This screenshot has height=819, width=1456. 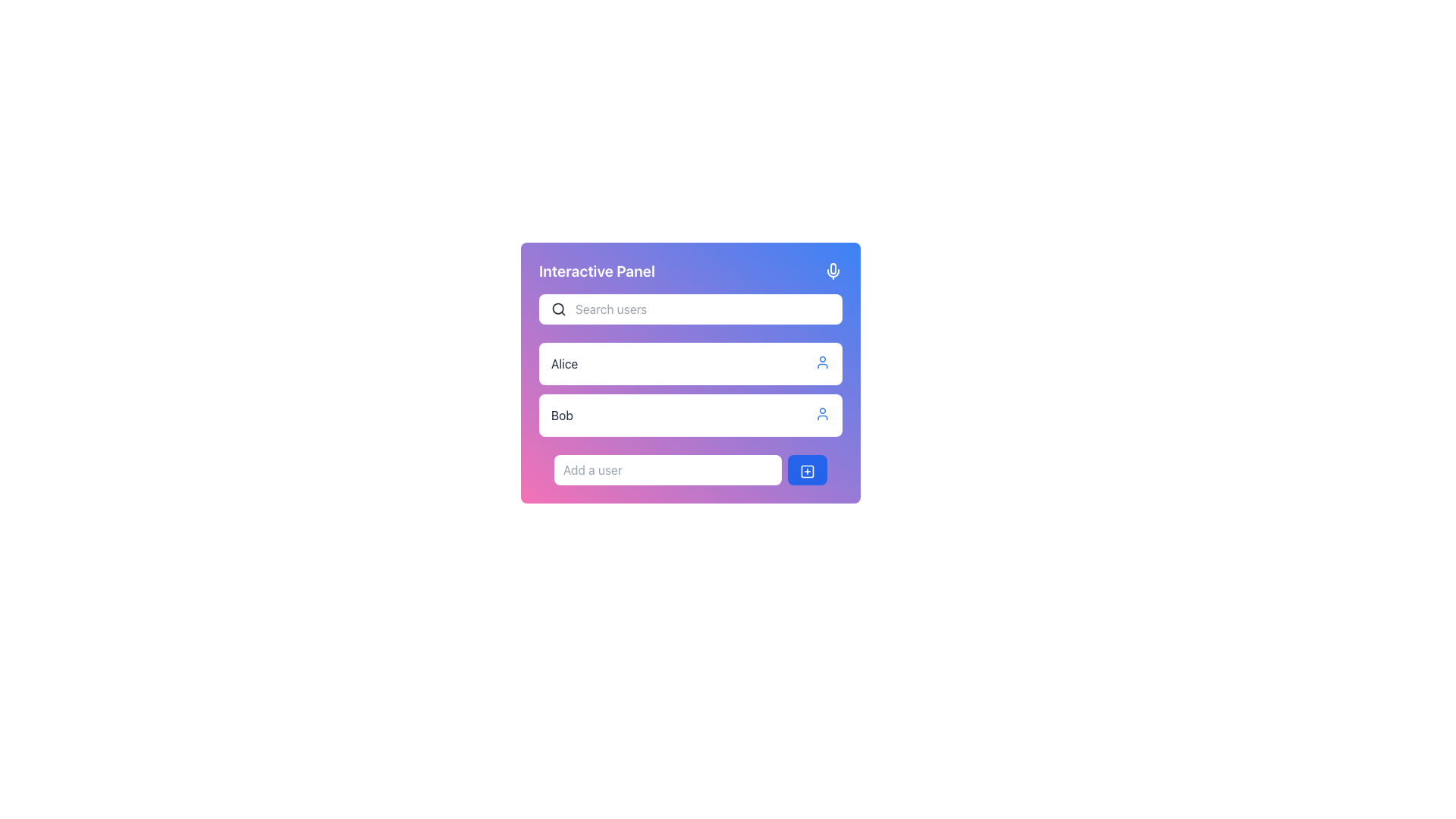 I want to click on the microphone icon, which is a classic line art style microphone located at the far right of the 'Interactive Panel' title bar, so click(x=833, y=271).